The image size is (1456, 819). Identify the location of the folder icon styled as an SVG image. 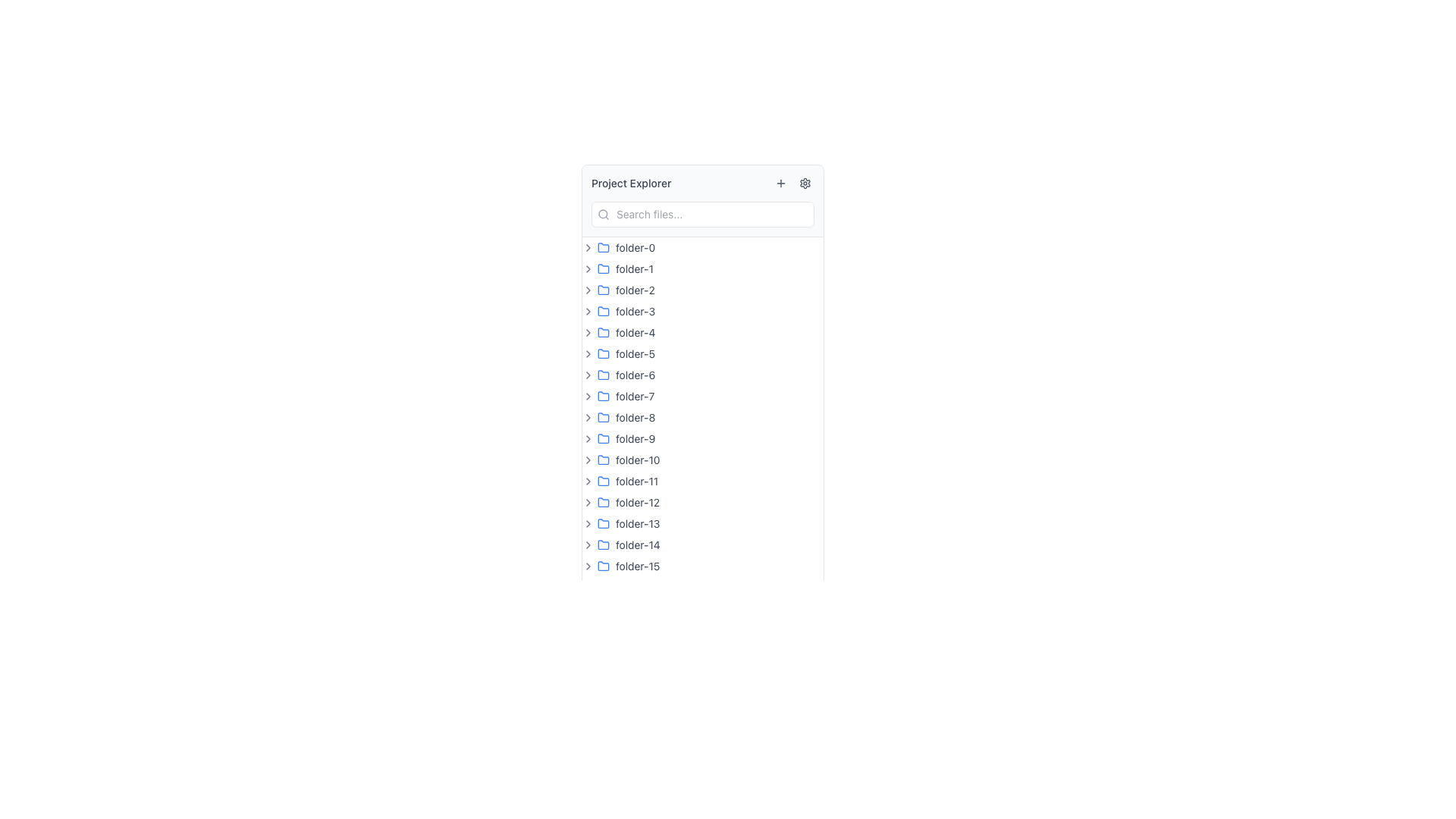
(603, 480).